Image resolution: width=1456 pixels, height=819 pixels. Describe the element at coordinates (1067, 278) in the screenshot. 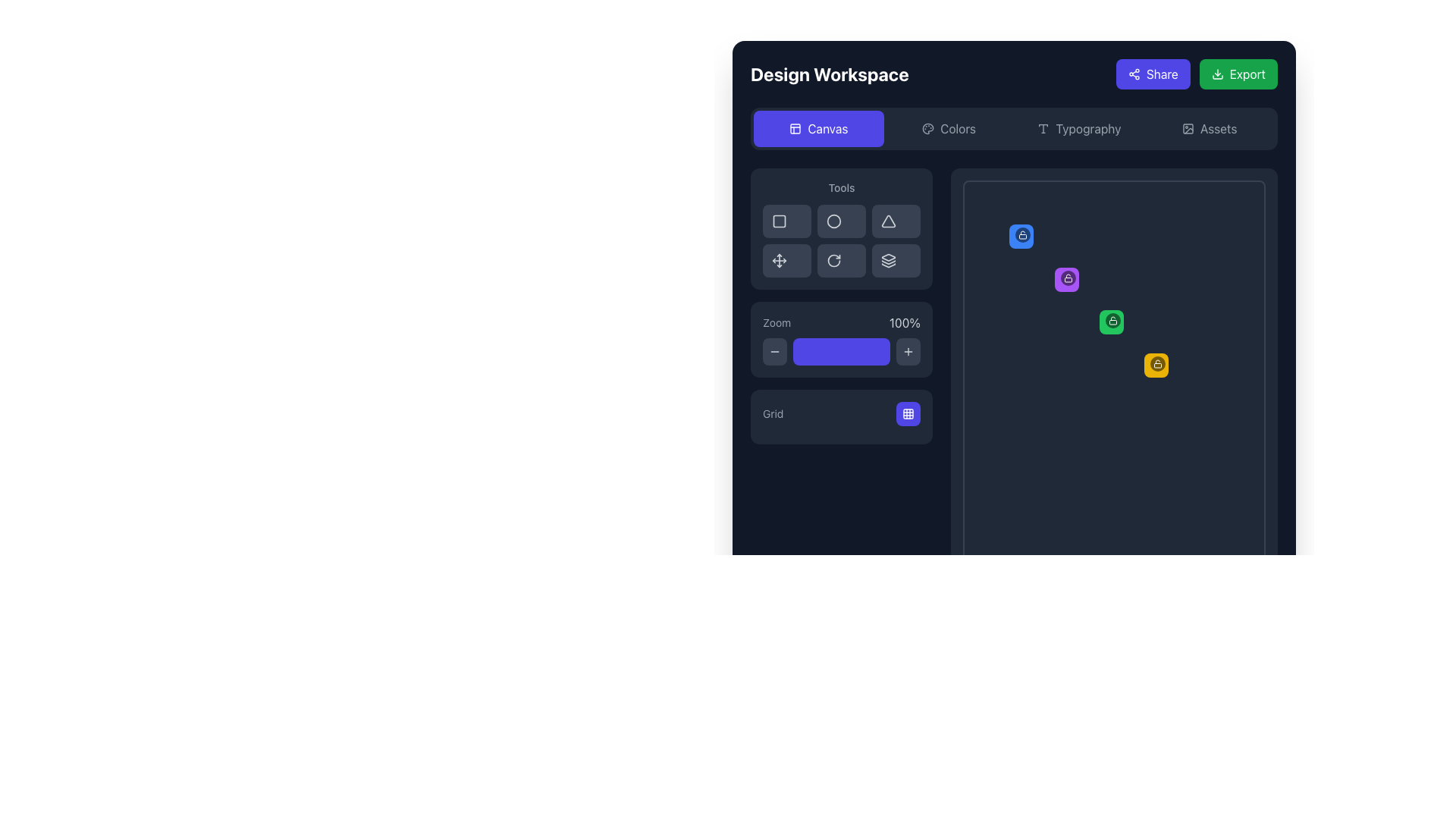

I see `the small circular button with a dark semi-transparent background and a white lock icon in the center to darken the background` at that location.